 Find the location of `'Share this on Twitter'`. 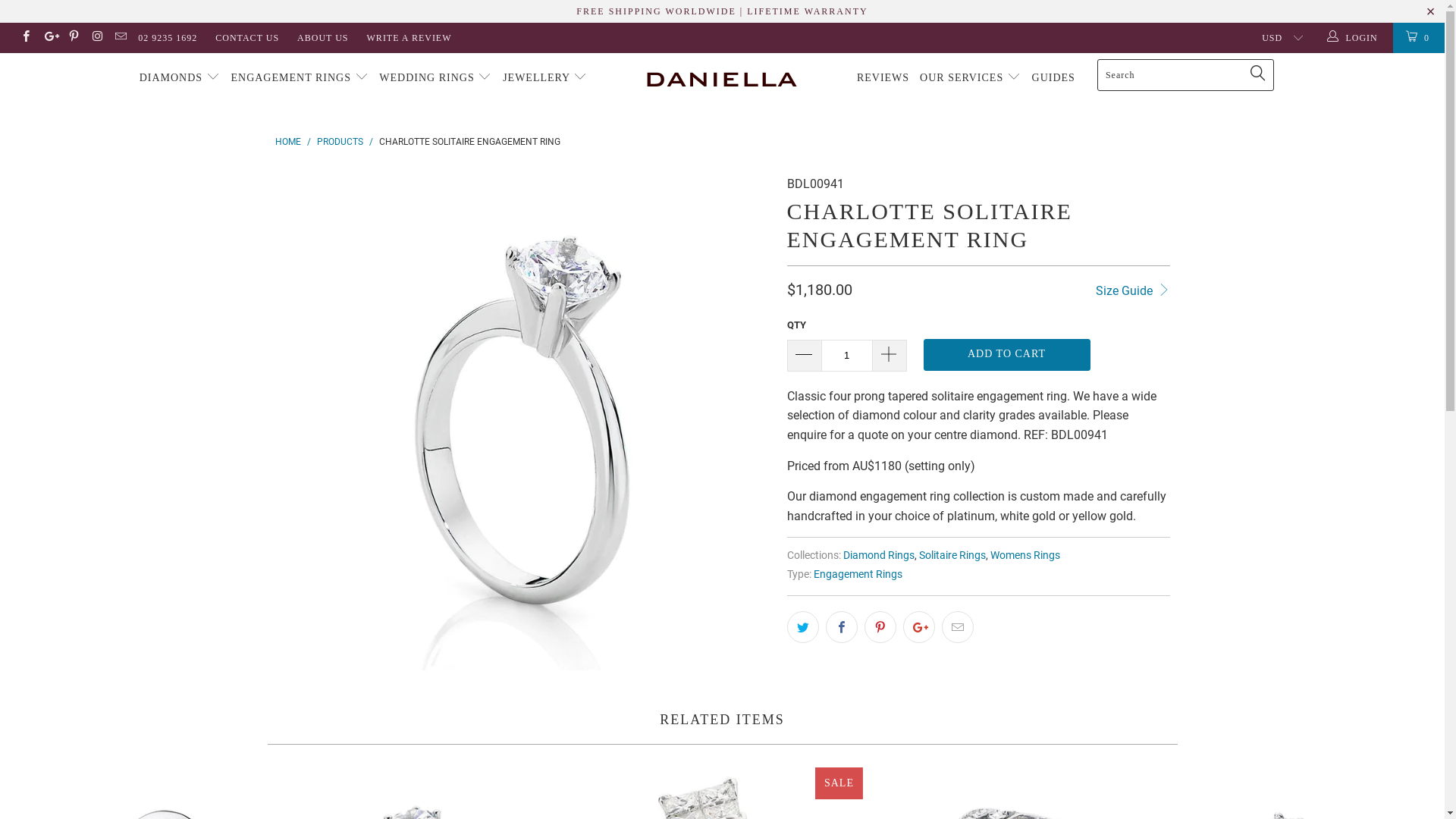

'Share this on Twitter' is located at coordinates (802, 626).